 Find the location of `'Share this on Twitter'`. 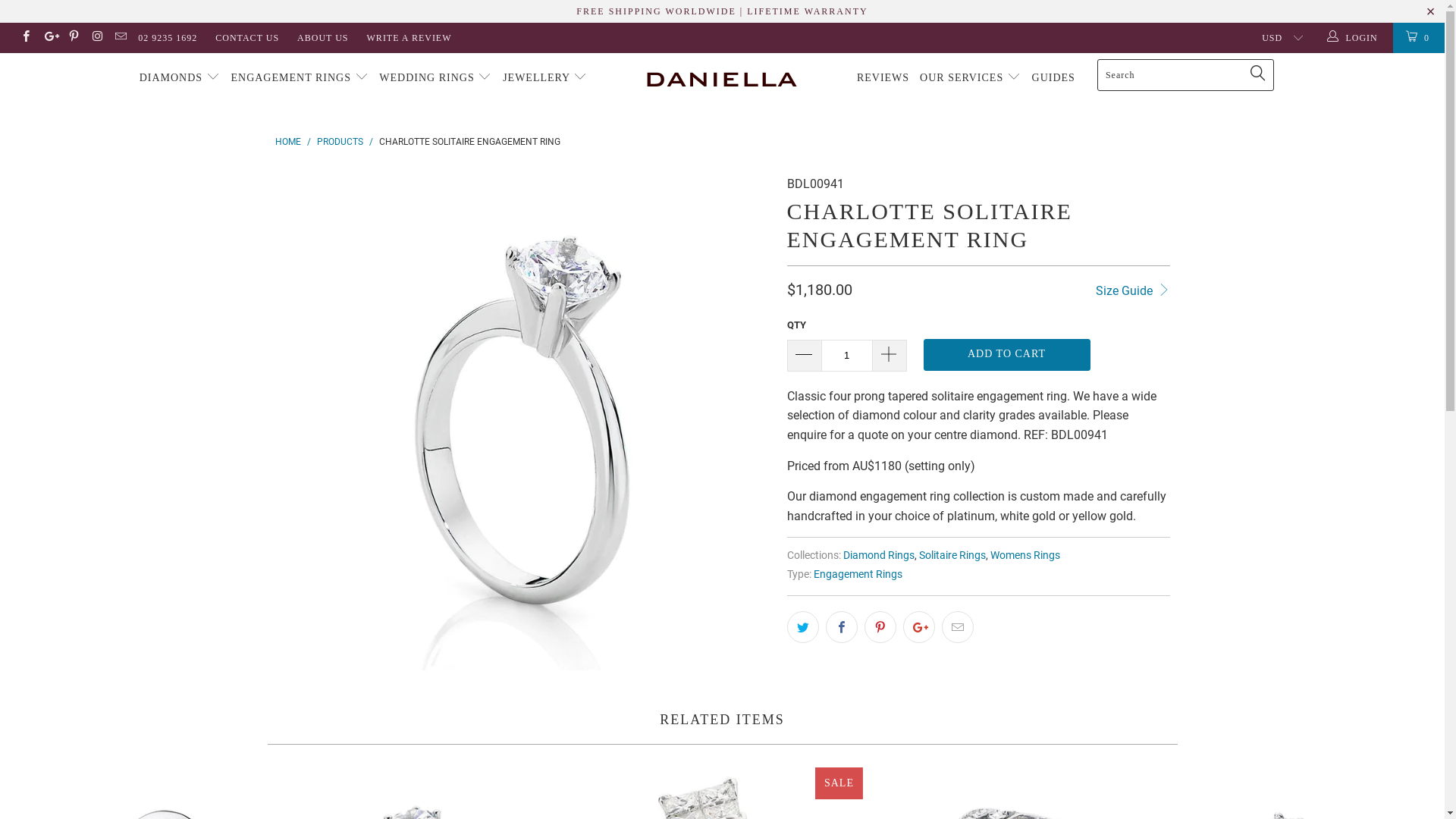

'Share this on Twitter' is located at coordinates (802, 626).